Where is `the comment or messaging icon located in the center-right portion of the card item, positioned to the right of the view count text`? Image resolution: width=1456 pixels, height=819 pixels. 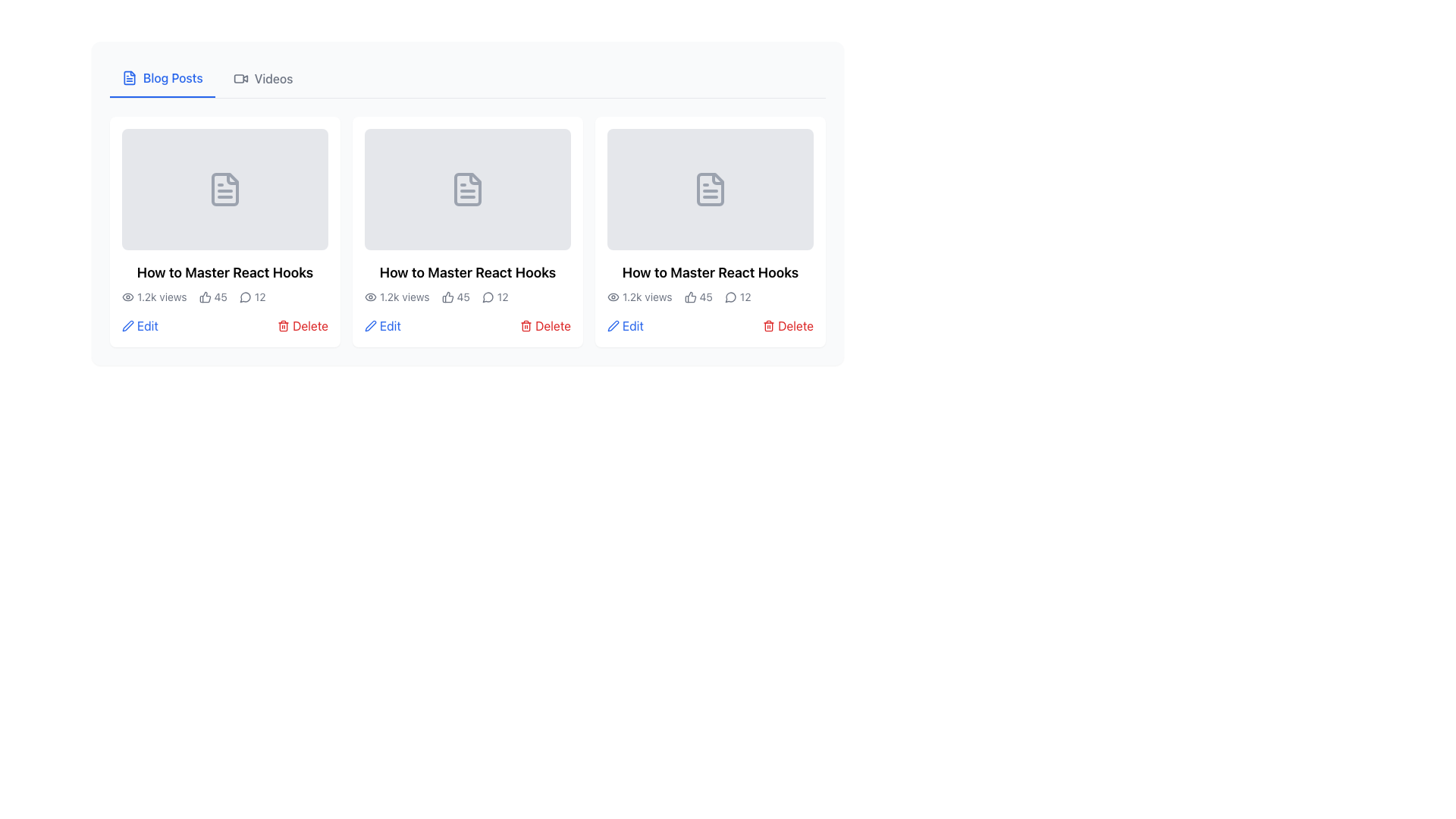 the comment or messaging icon located in the center-right portion of the card item, positioned to the right of the view count text is located at coordinates (245, 297).